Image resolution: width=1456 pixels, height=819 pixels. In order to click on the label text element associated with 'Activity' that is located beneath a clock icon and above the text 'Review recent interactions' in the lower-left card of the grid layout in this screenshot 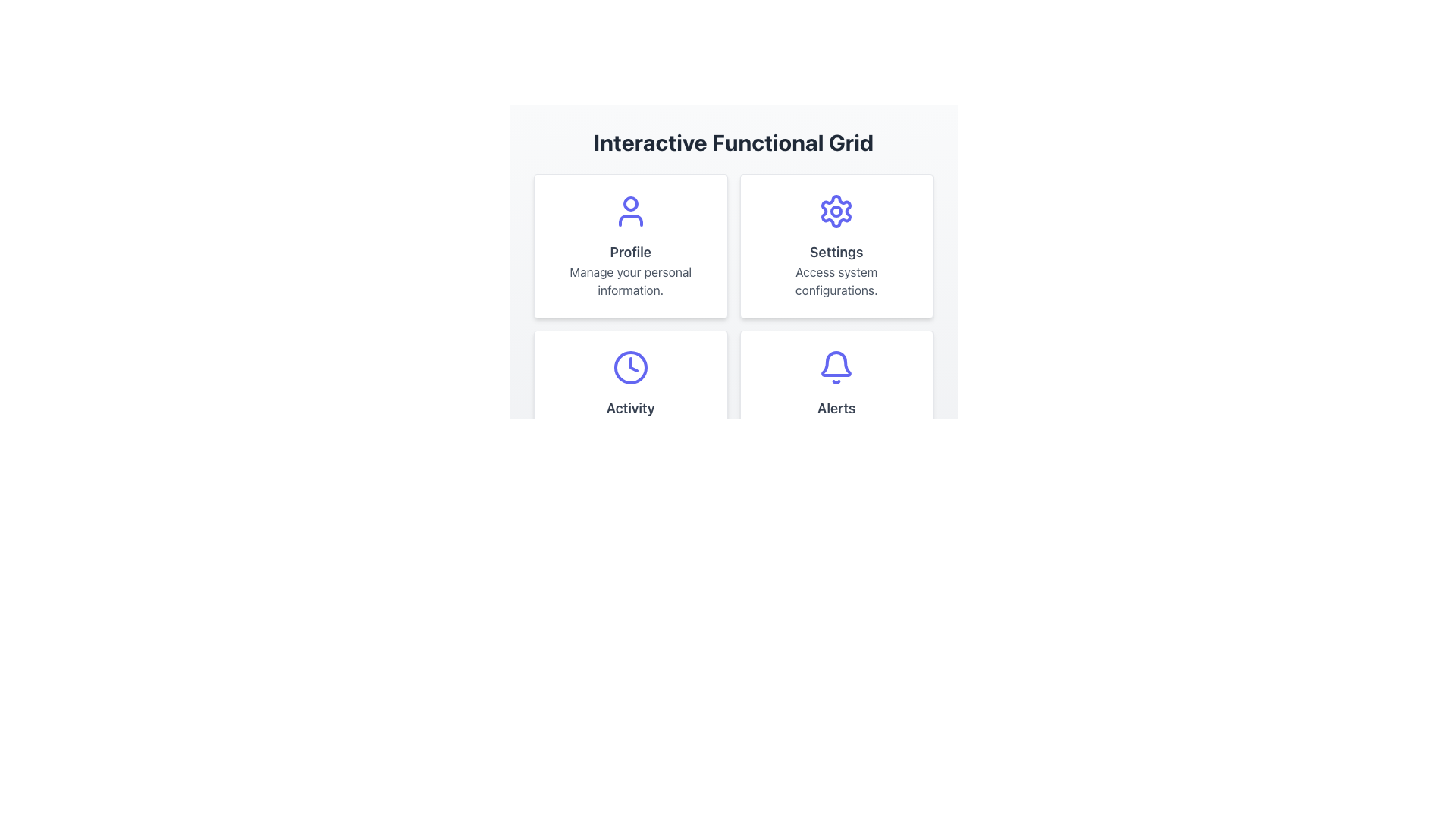, I will do `click(630, 408)`.